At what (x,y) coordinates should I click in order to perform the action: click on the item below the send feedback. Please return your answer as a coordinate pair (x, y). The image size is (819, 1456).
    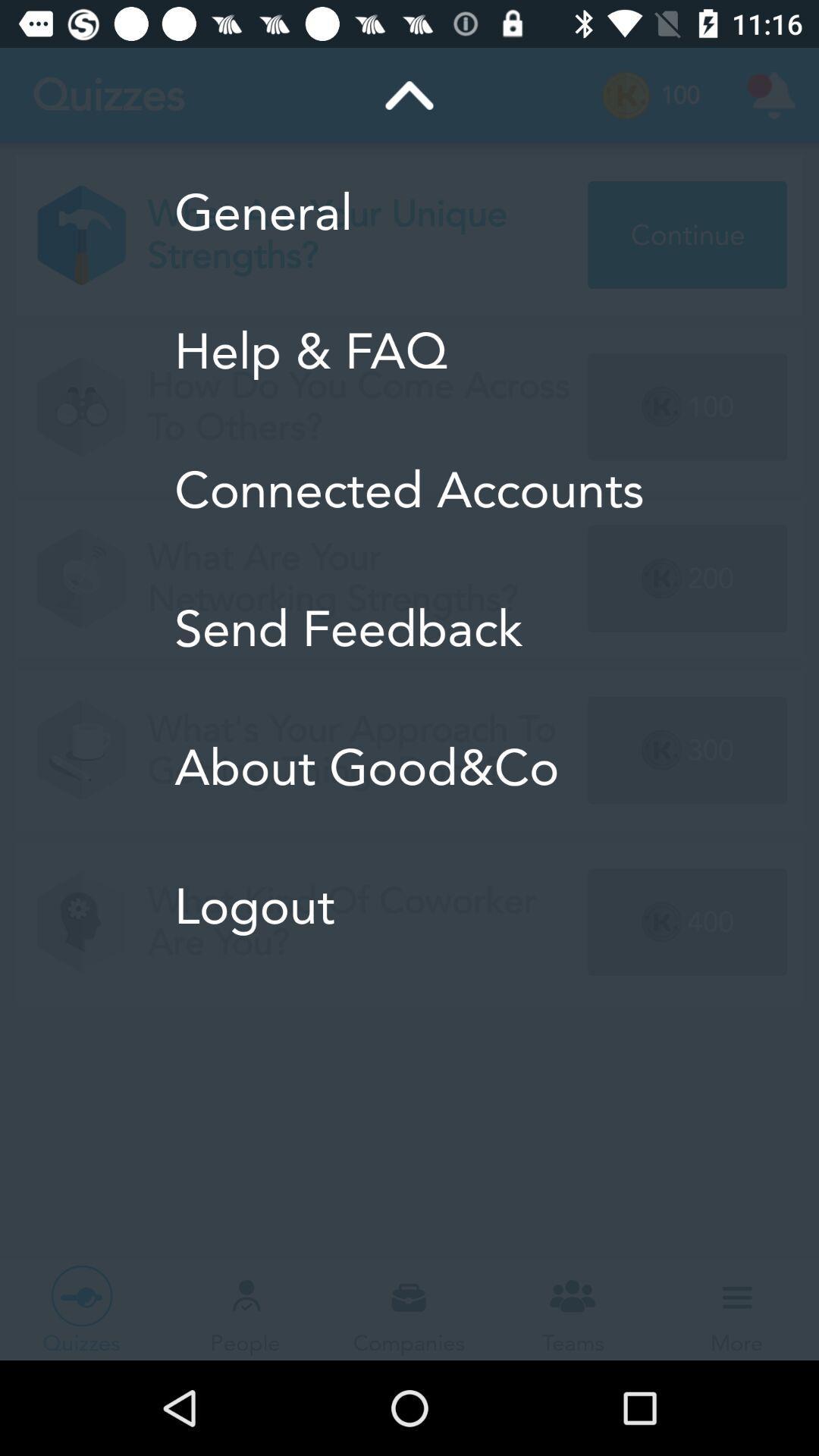
    Looking at the image, I should click on (408, 767).